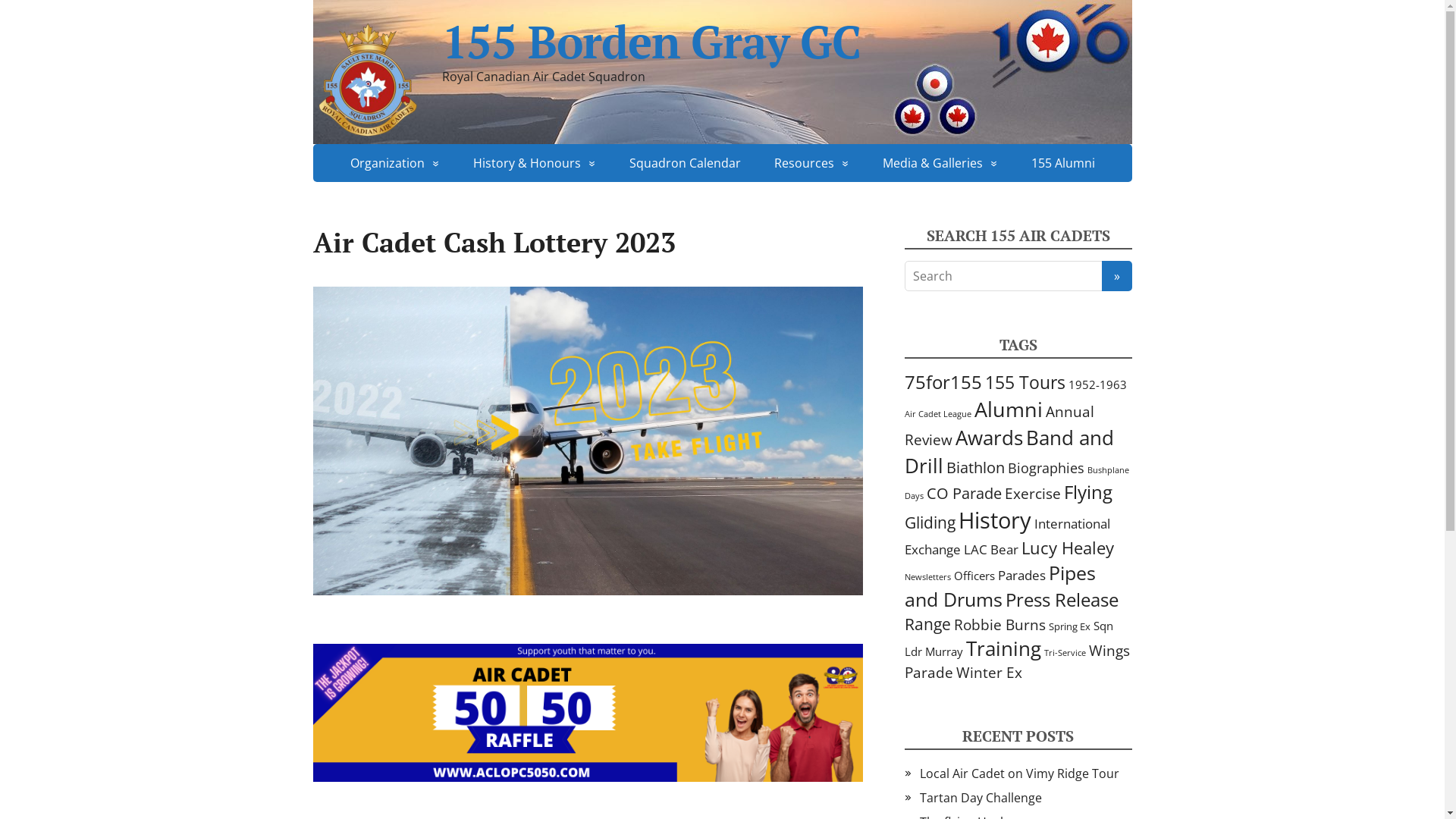  Describe the element at coordinates (1061, 598) in the screenshot. I see `'Press Release'` at that location.